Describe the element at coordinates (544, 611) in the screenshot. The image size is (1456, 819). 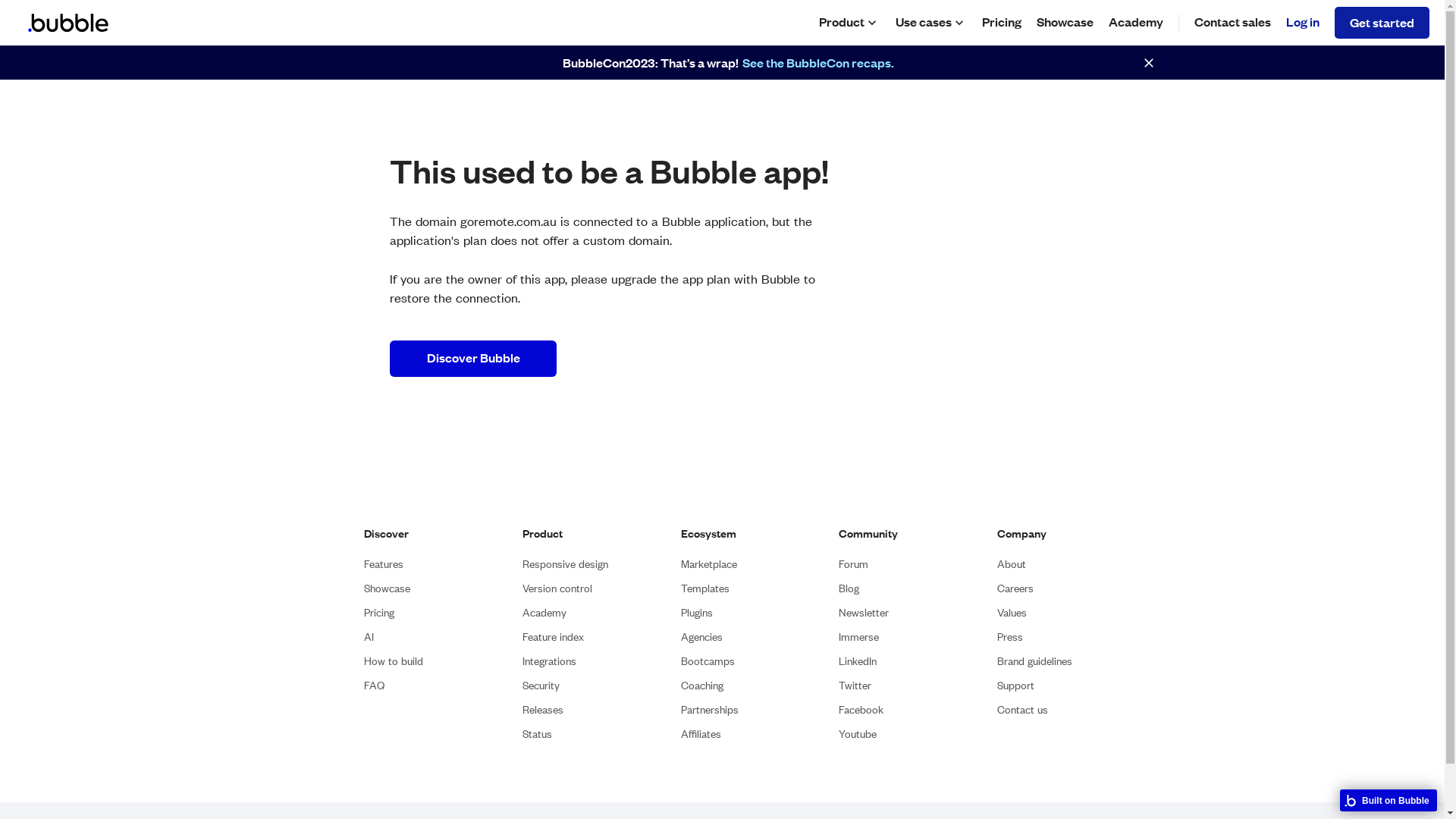
I see `'Academy'` at that location.